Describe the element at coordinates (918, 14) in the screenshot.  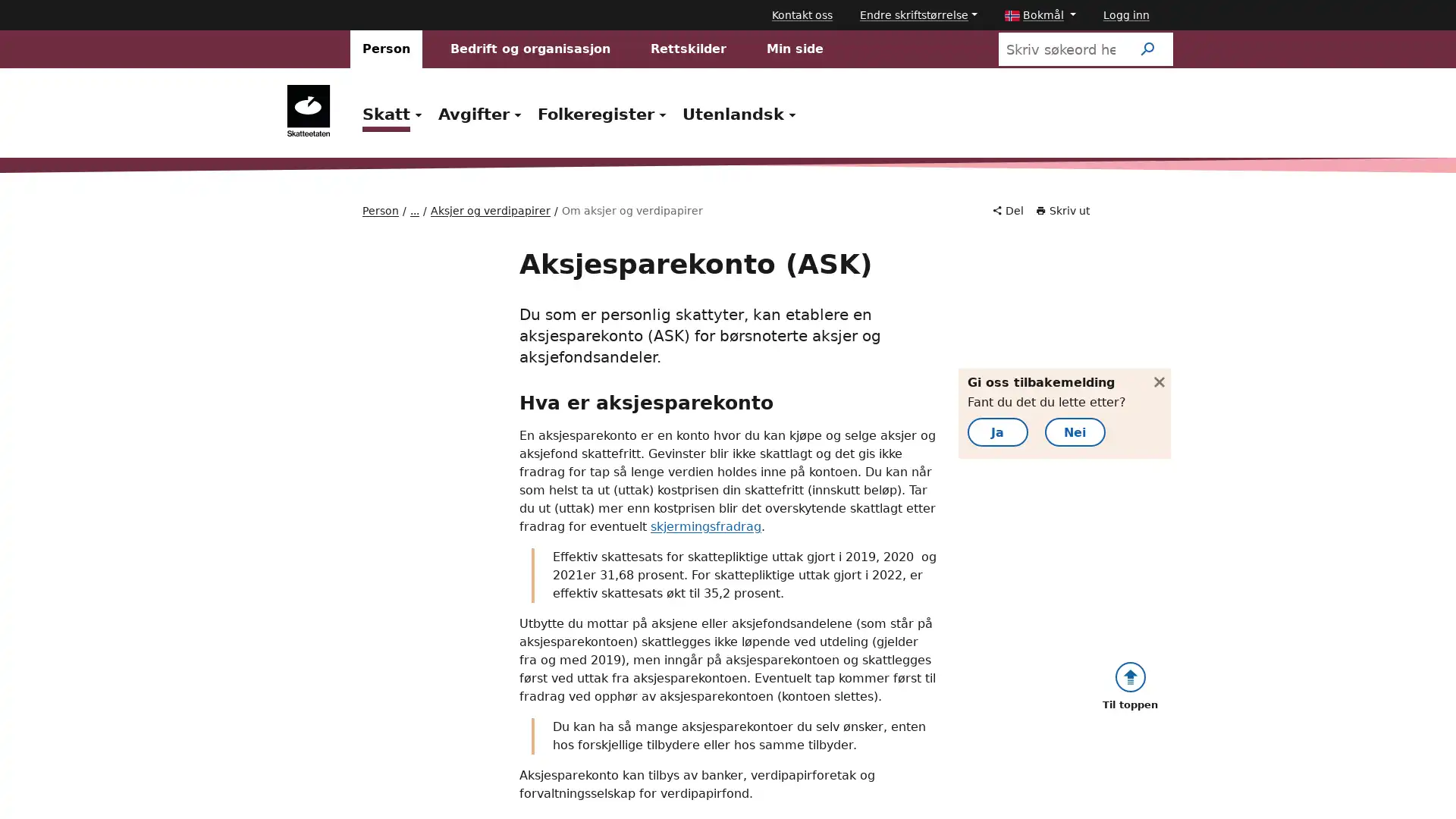
I see `Endre skriftstrrelse` at that location.